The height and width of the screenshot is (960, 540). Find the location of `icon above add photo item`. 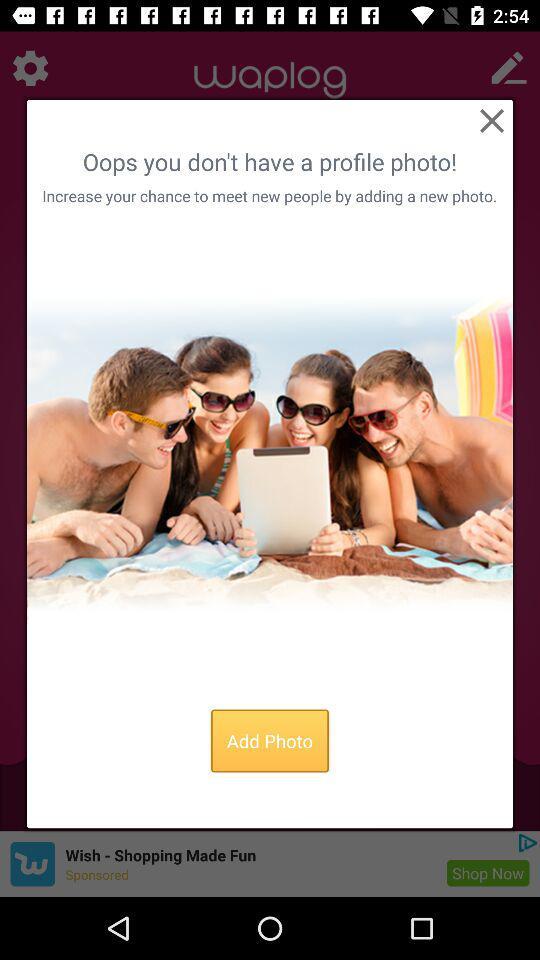

icon above add photo item is located at coordinates (270, 453).